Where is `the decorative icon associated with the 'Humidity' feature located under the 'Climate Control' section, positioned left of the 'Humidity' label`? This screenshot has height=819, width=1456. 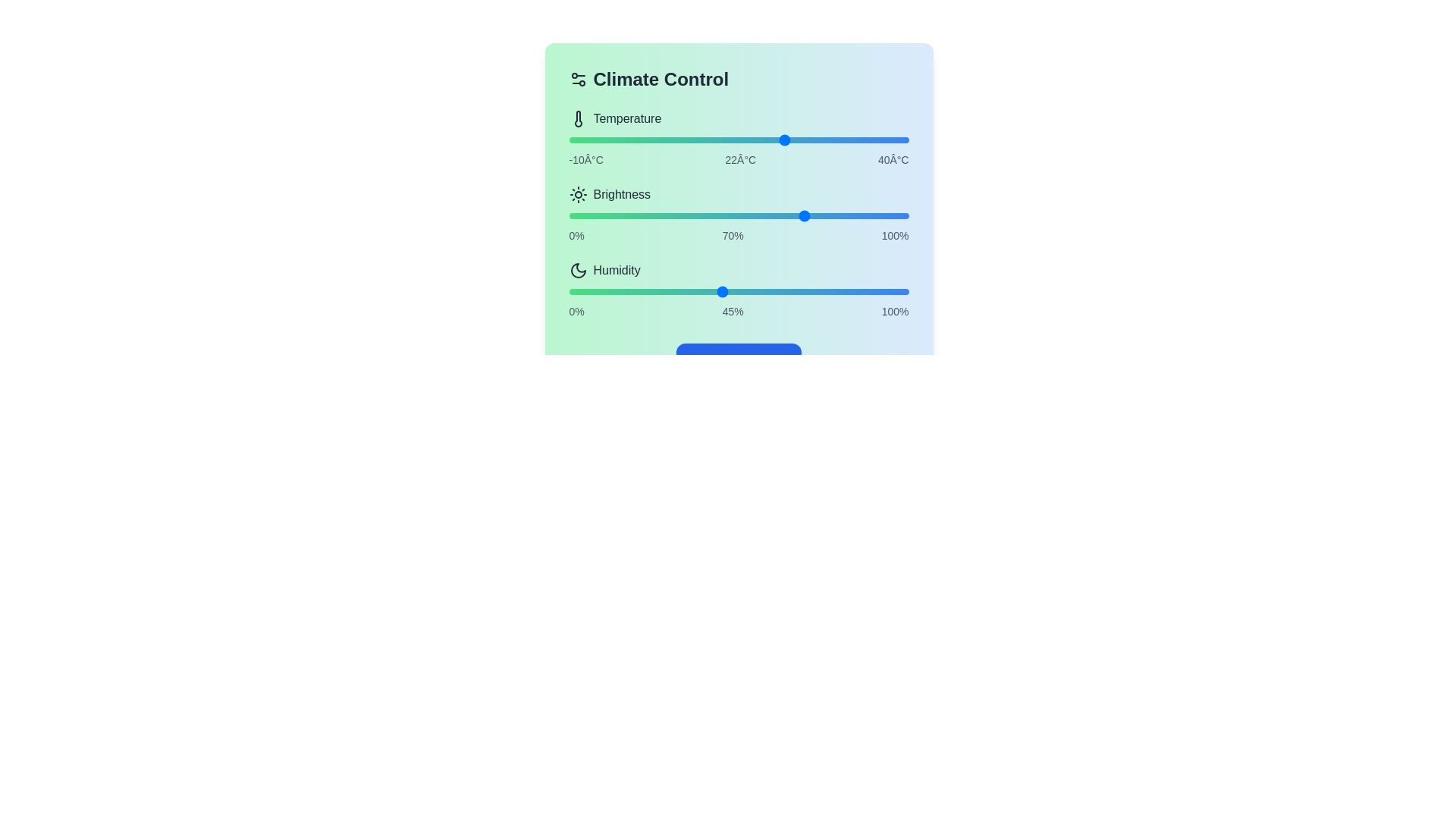
the decorative icon associated with the 'Humidity' feature located under the 'Climate Control' section, positioned left of the 'Humidity' label is located at coordinates (577, 270).